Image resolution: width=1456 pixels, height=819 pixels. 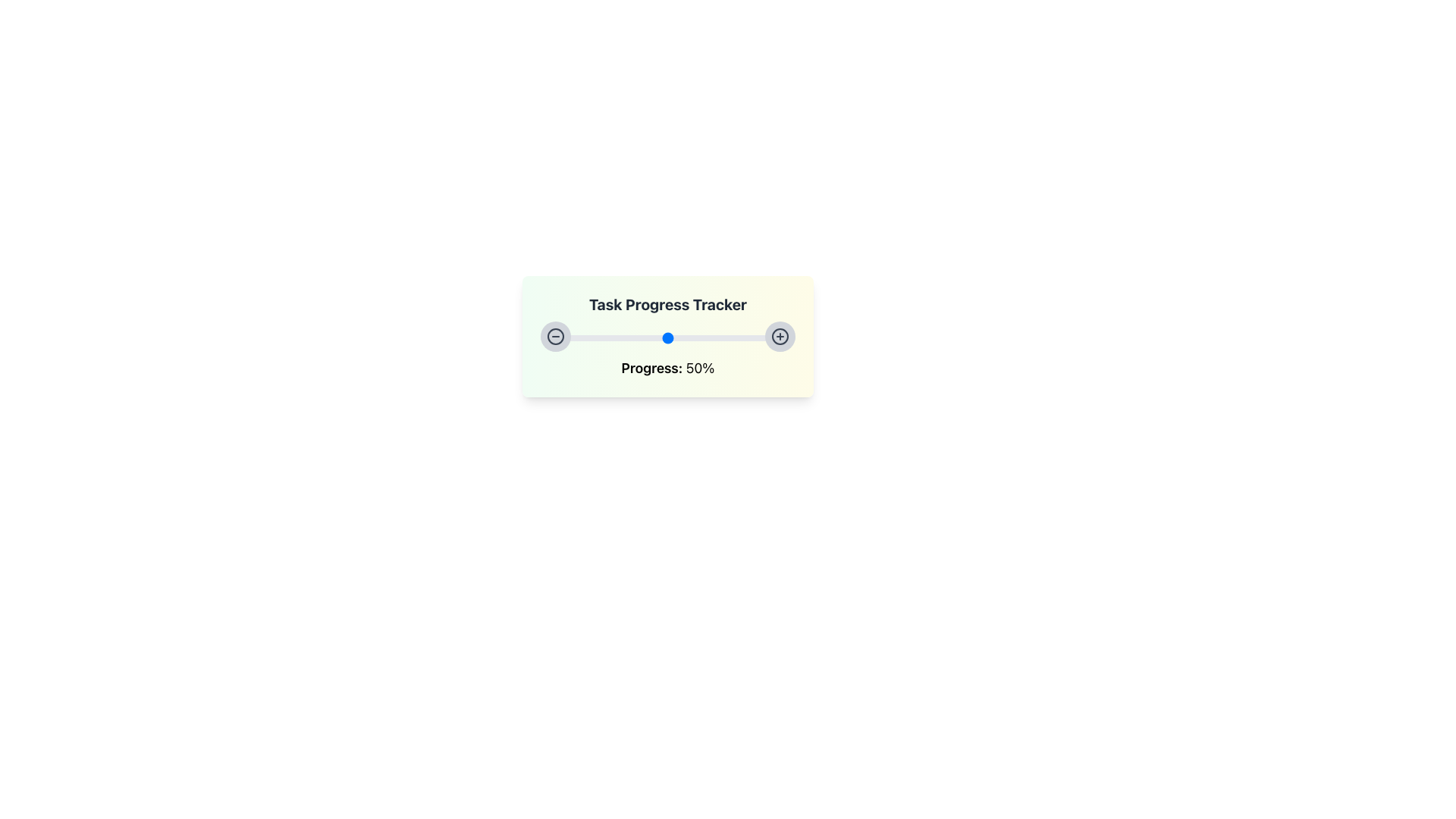 I want to click on the circular gray button with a '+' symbol at the right end of the progress tracker, so click(x=780, y=335).